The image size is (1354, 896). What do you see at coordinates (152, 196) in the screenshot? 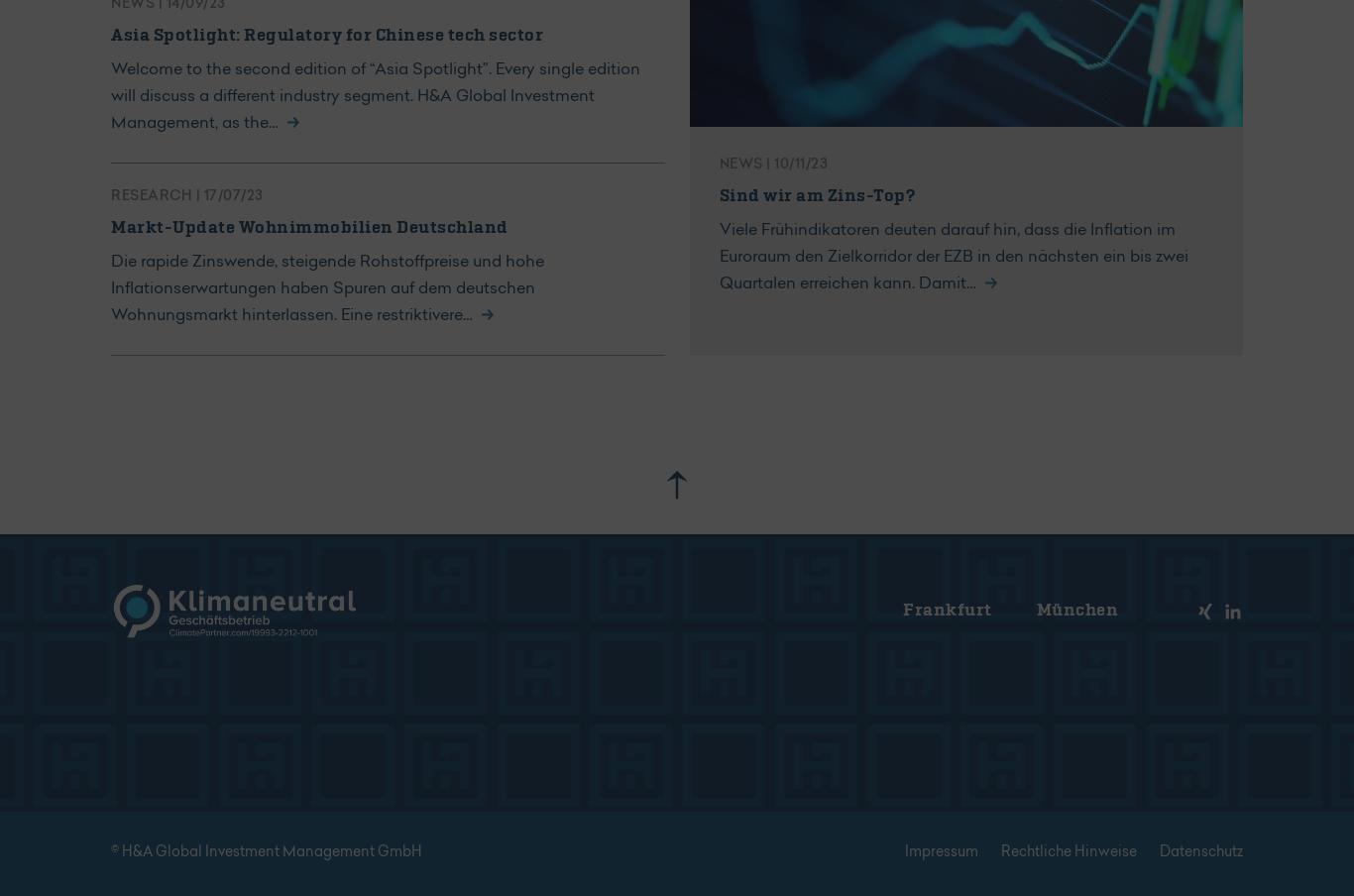
I see `'Research'` at bounding box center [152, 196].